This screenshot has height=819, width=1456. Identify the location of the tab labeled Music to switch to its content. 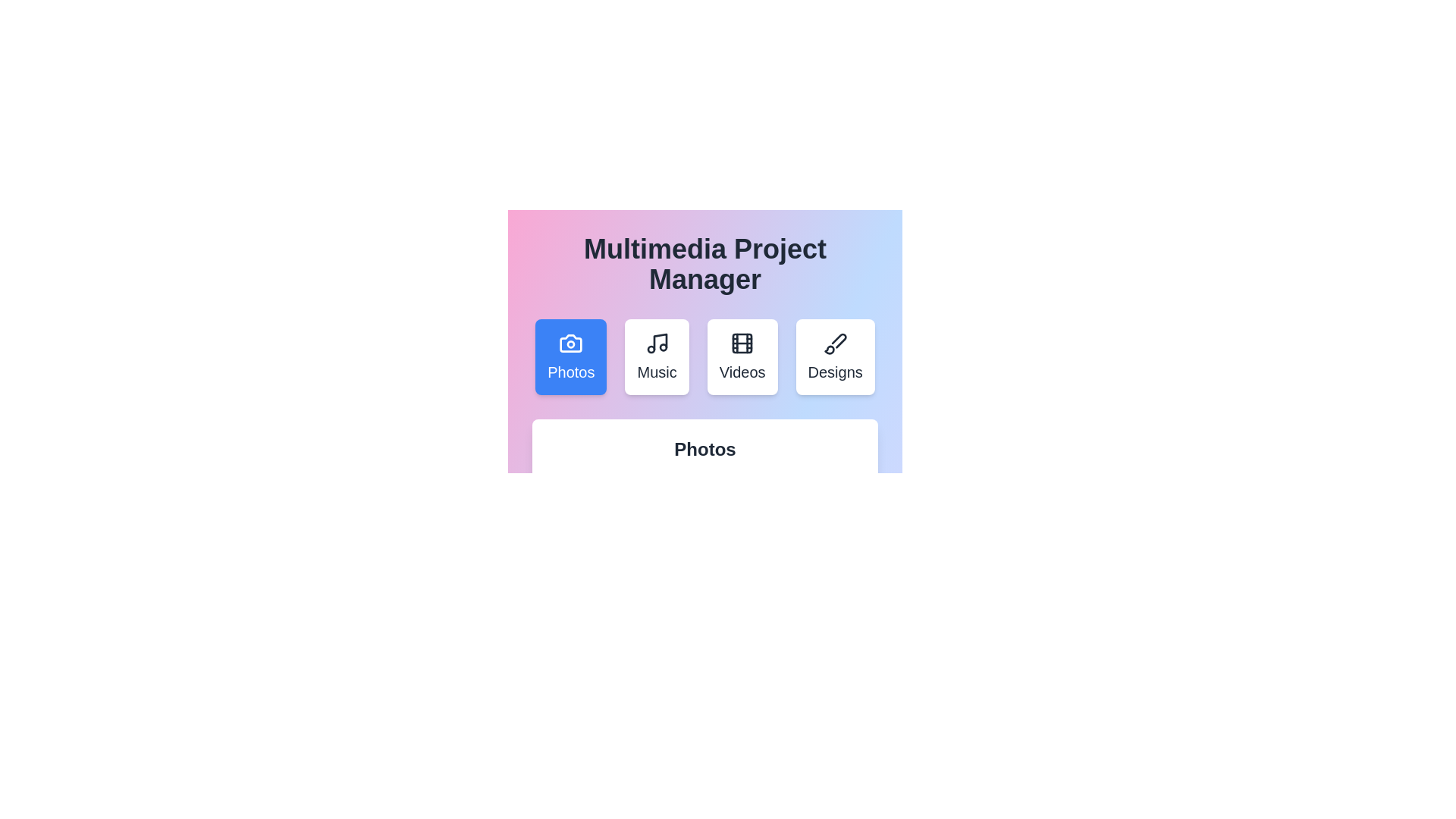
(656, 356).